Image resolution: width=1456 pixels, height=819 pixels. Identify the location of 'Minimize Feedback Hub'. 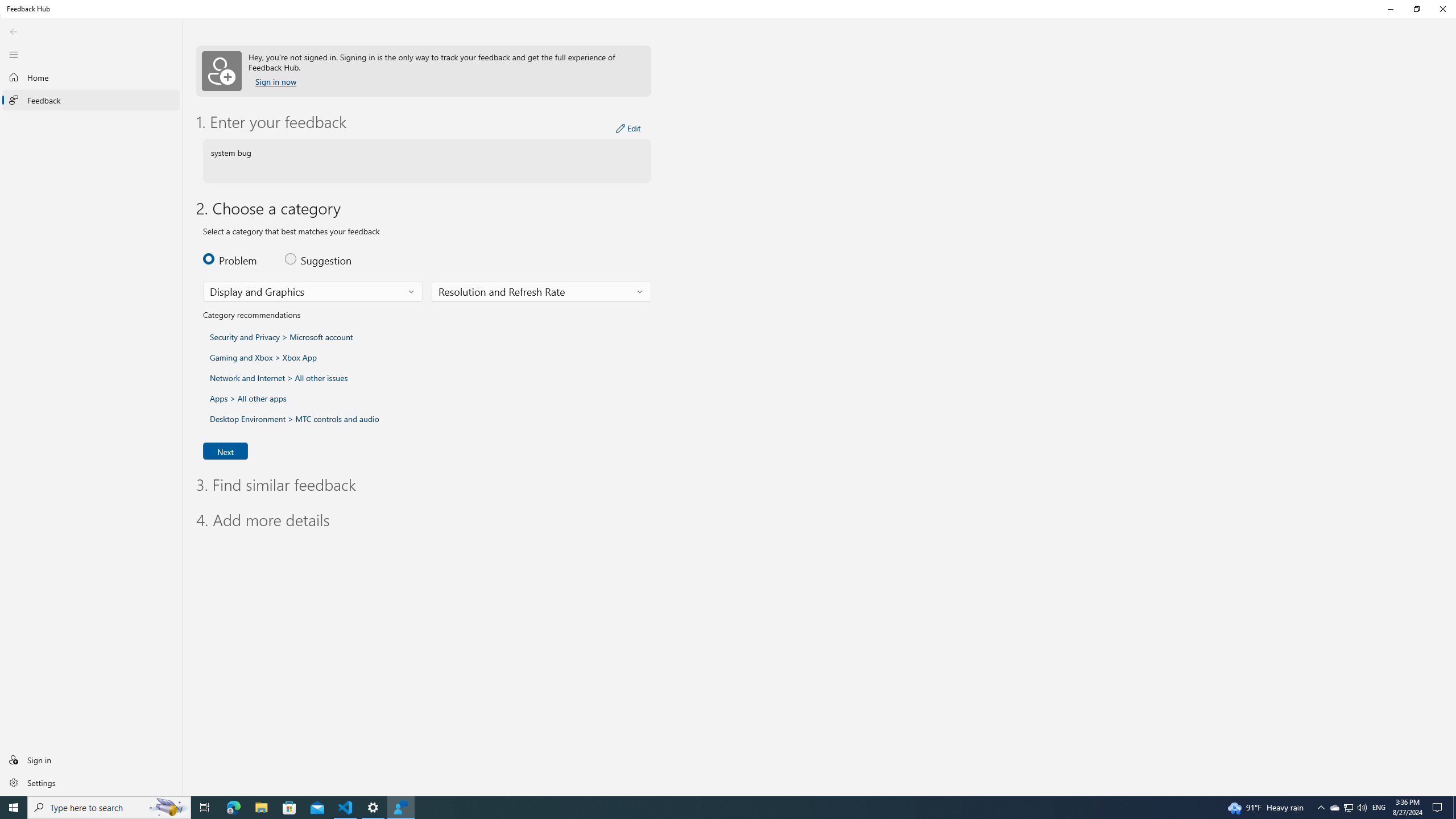
(1389, 9).